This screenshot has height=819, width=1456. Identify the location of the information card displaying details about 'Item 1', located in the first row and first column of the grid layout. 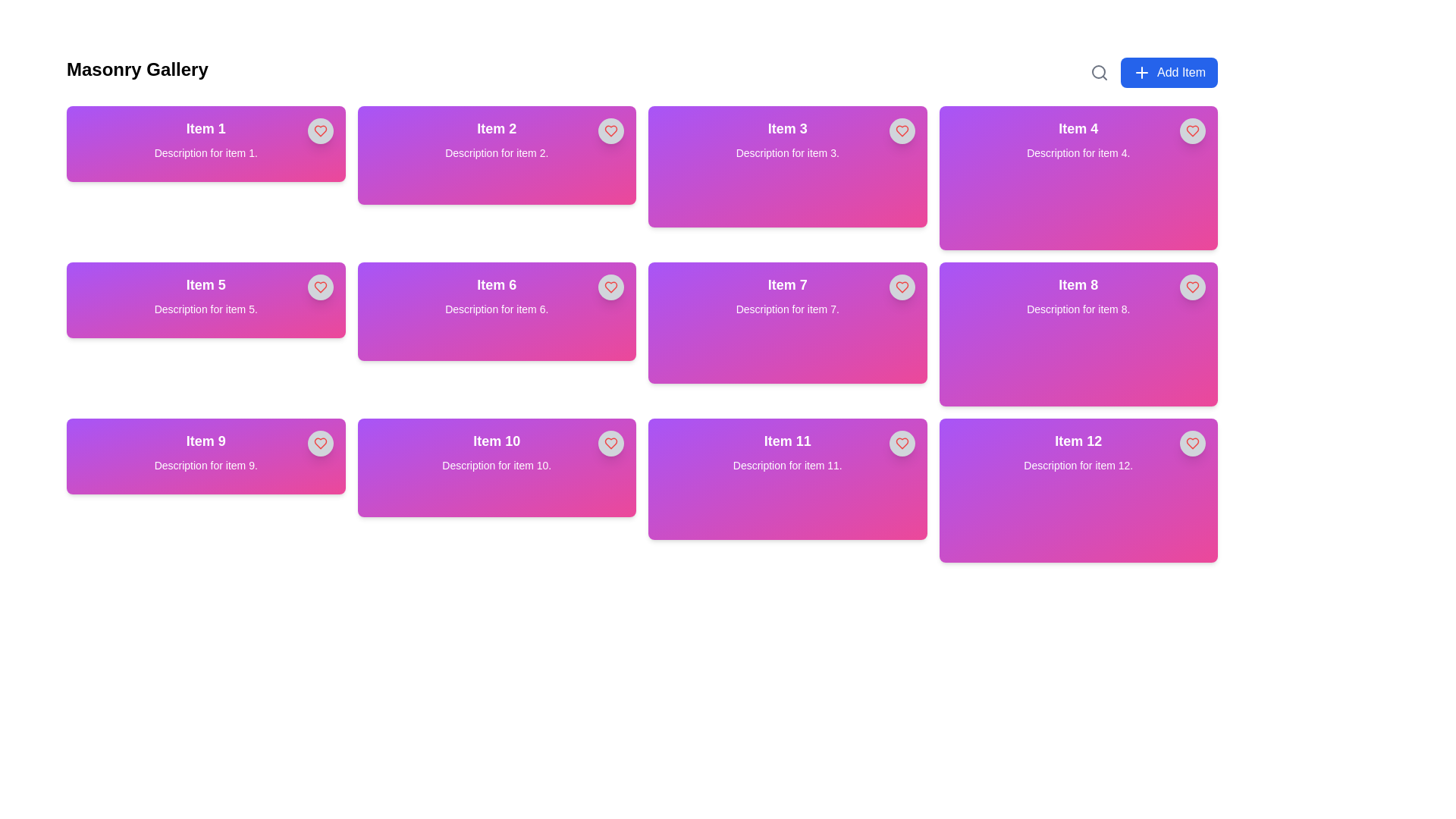
(205, 143).